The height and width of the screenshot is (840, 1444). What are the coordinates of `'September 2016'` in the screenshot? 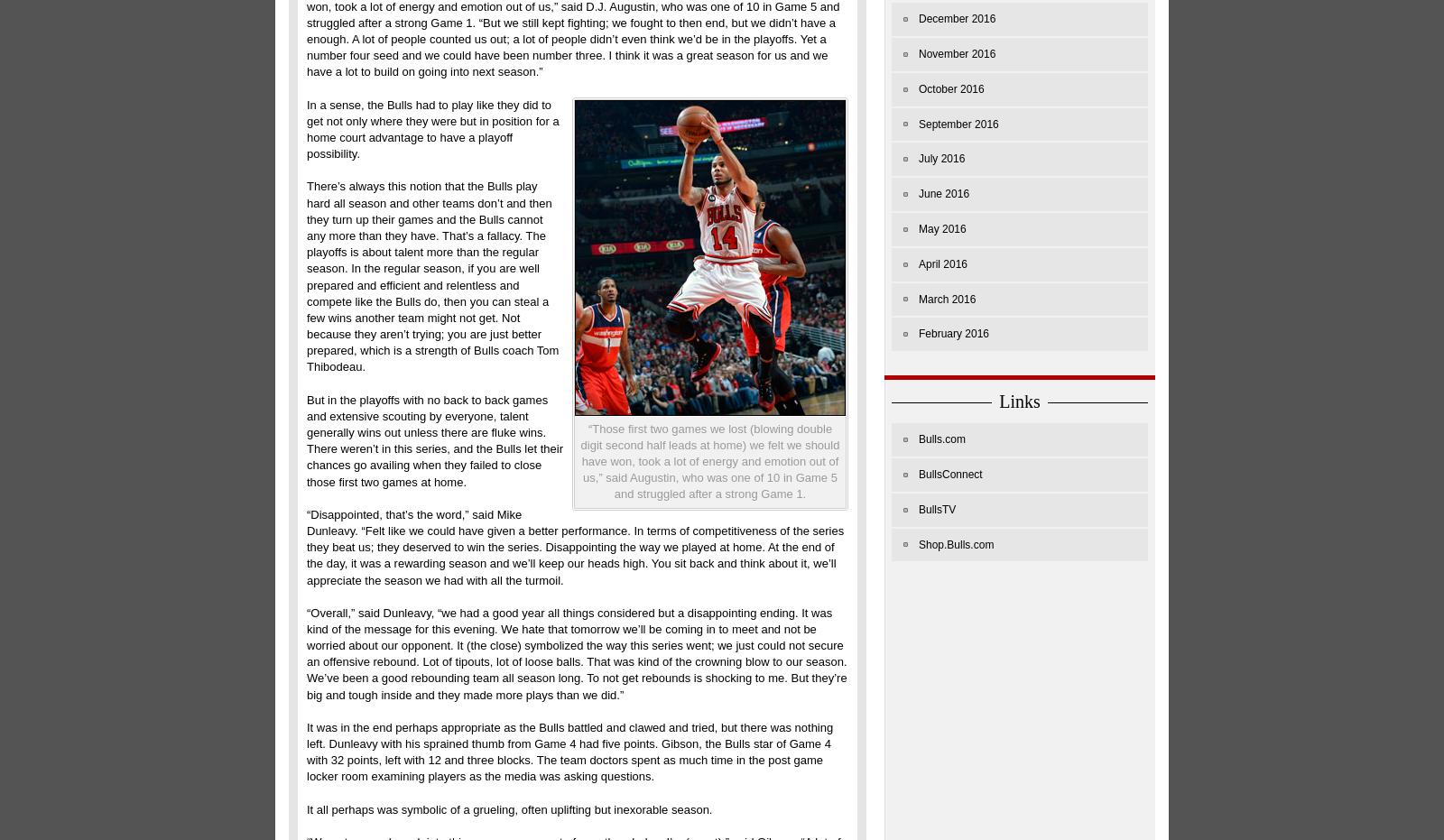 It's located at (958, 123).